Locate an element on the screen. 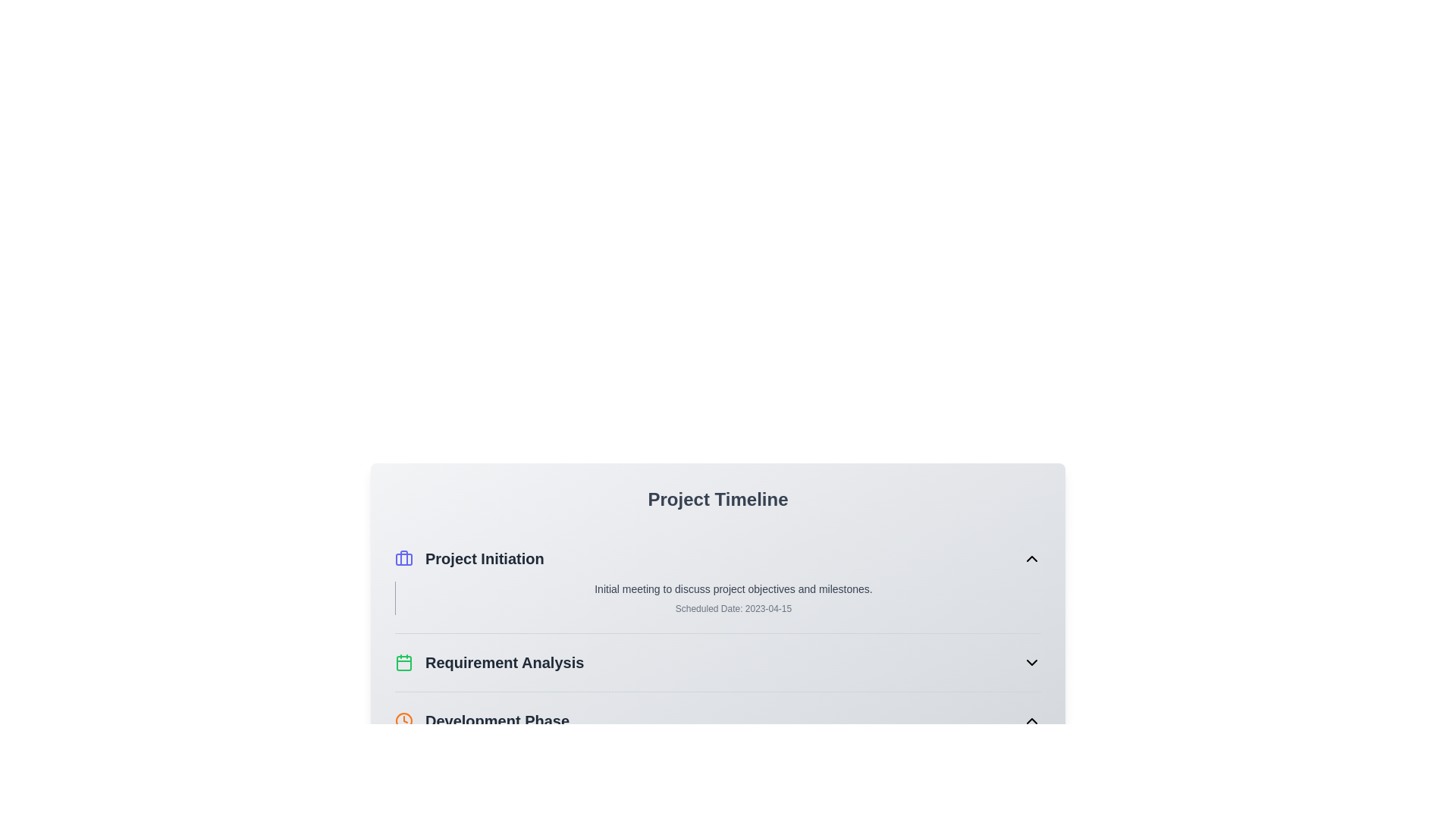 This screenshot has height=819, width=1456. the scheduled date in the 'Project Initiation' section of the collapsible timeline, which is indicated by the descriptive text below the heading is located at coordinates (717, 581).